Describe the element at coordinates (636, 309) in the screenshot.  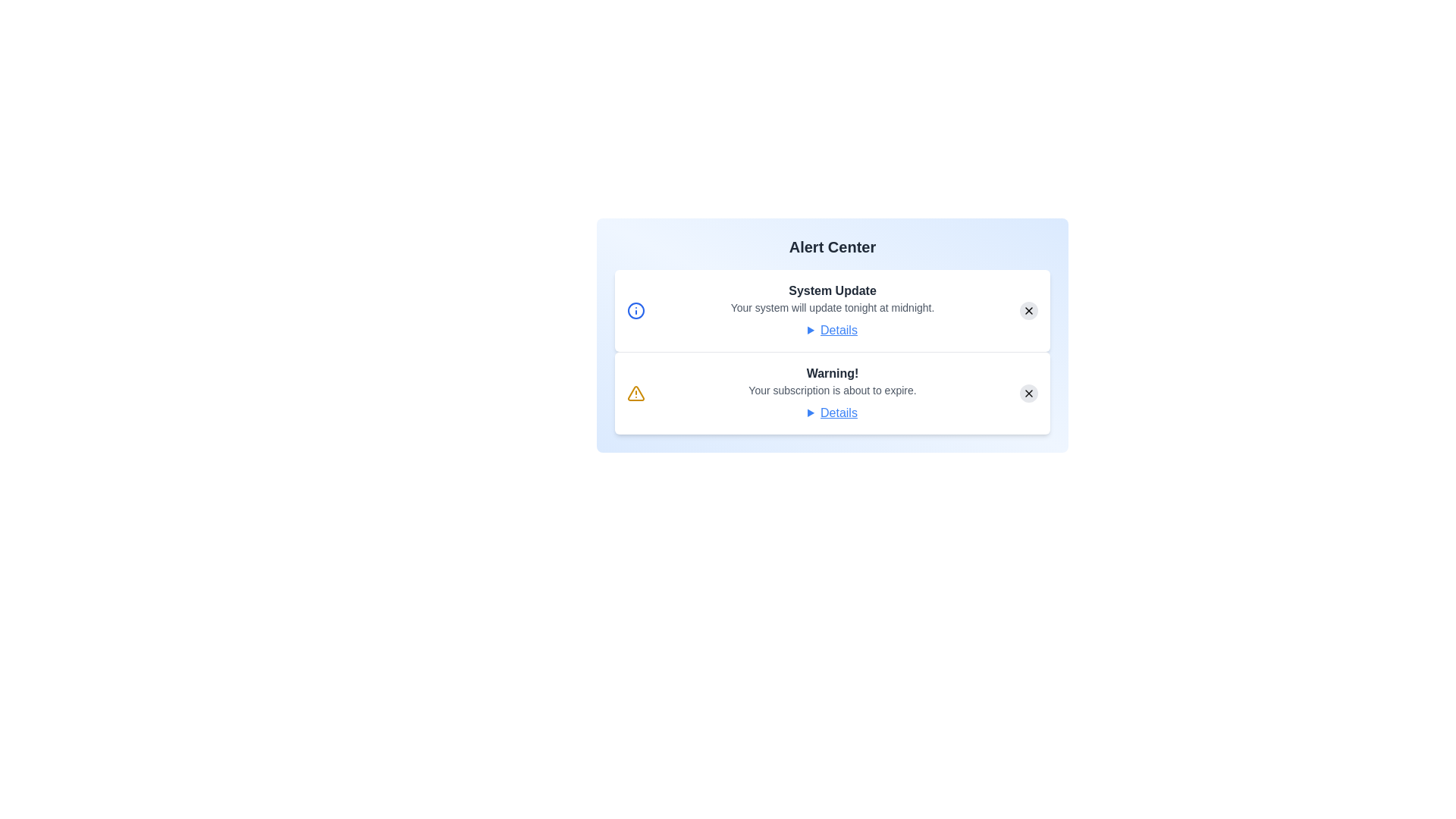
I see `the alert icon to trigger its visual feedback` at that location.